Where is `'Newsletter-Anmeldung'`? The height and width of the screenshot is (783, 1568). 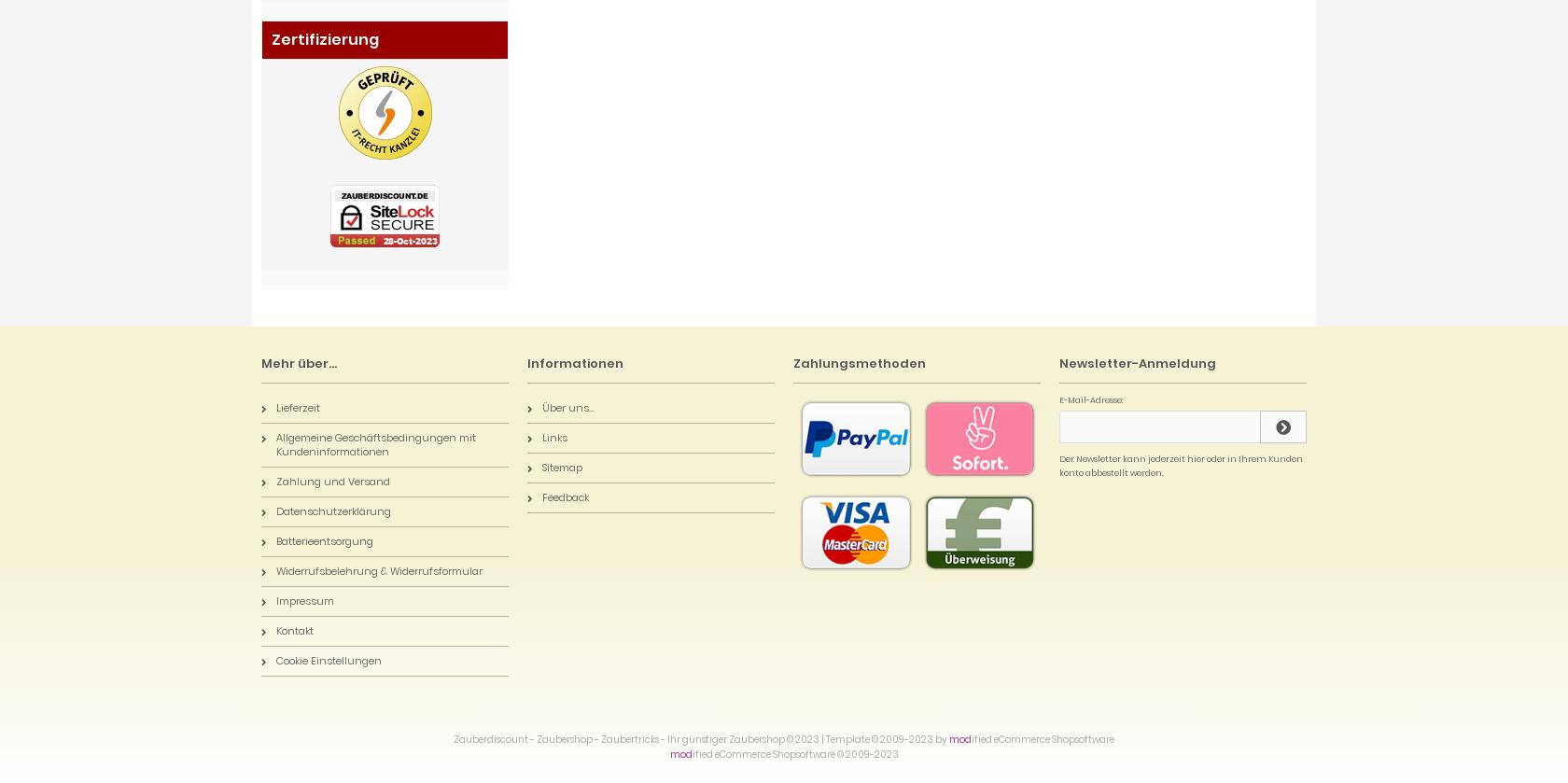
'Newsletter-Anmeldung' is located at coordinates (1059, 363).